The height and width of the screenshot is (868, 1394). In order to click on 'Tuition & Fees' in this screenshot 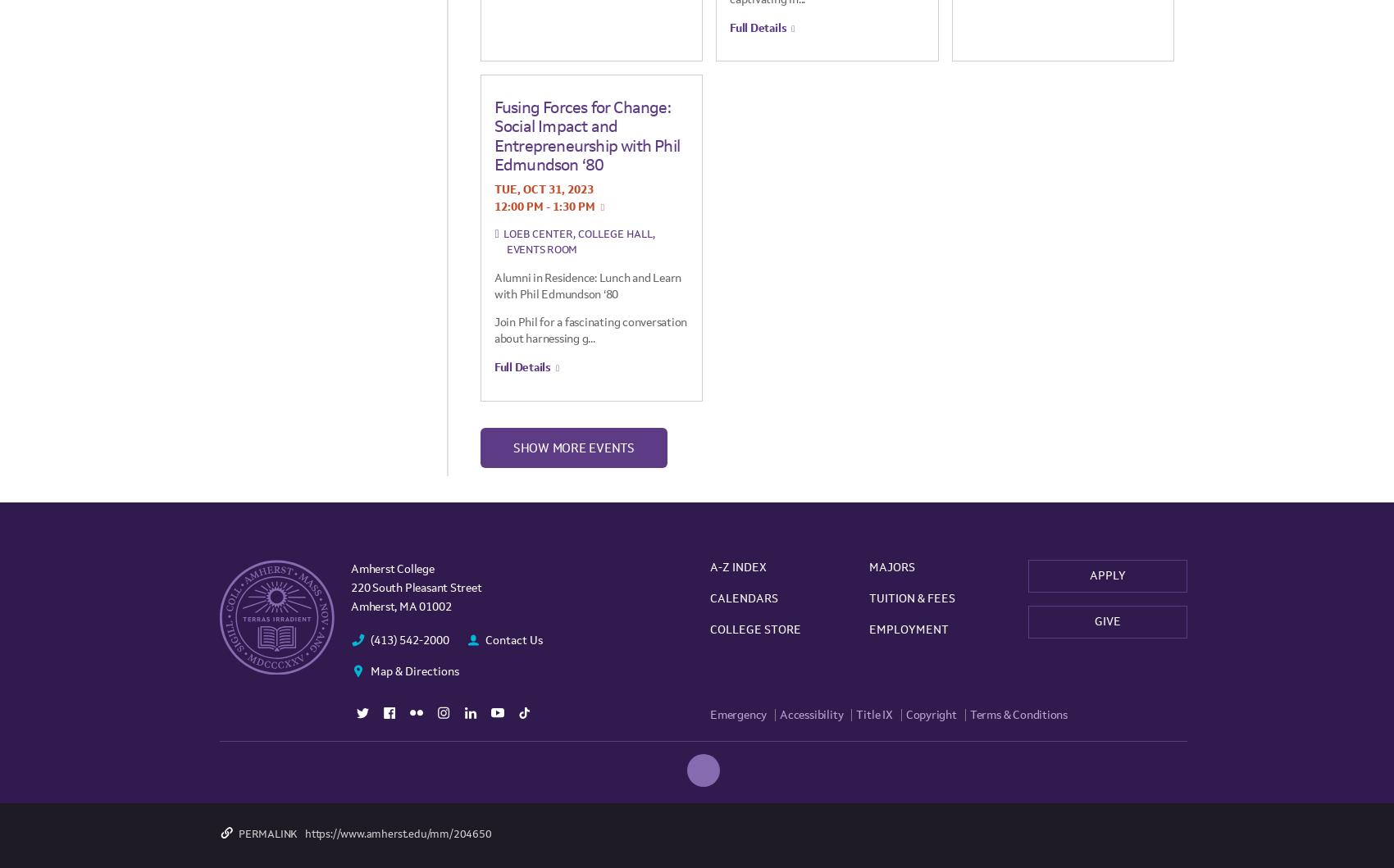, I will do `click(868, 598)`.